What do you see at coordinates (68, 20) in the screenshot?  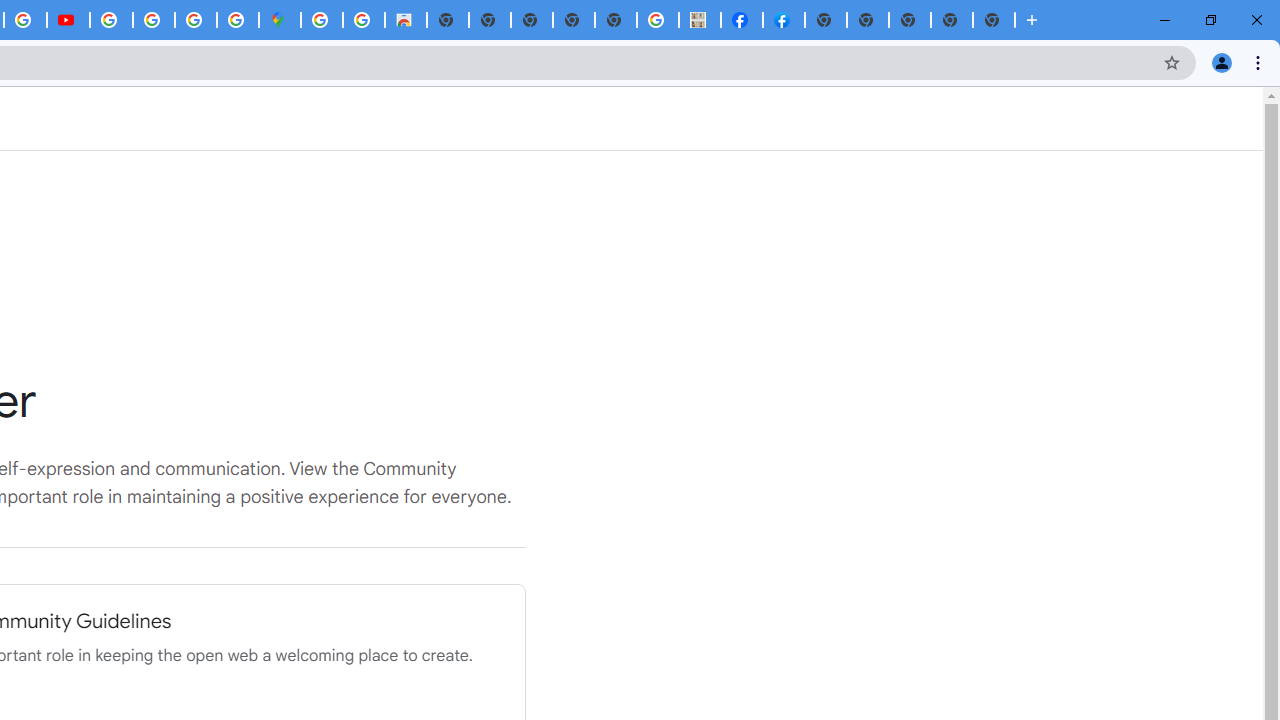 I see `'Subscriptions - YouTube'` at bounding box center [68, 20].